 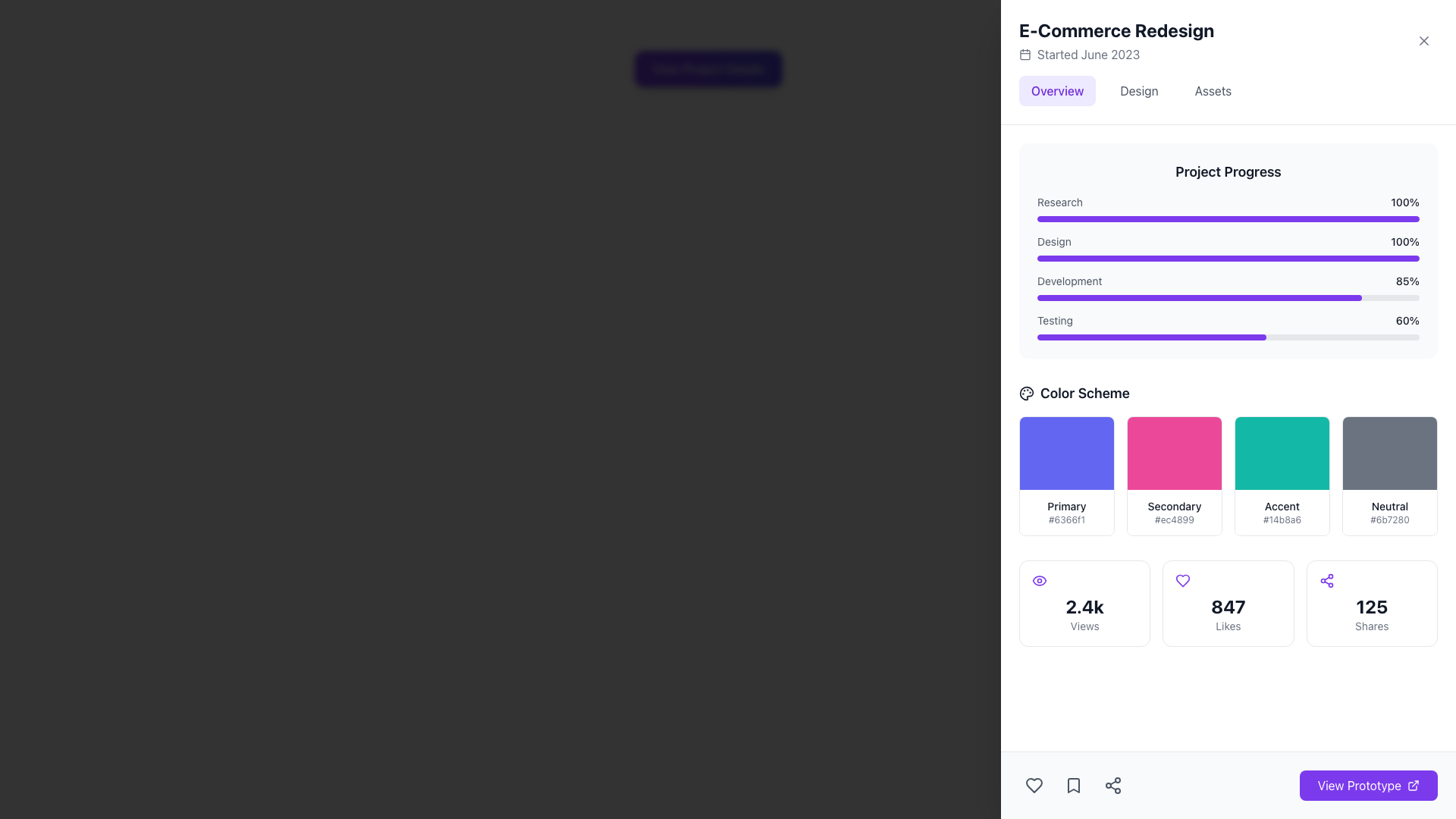 I want to click on the horizontal progress bar indicating 100% completion for the 'Design' metric, which is styled with a rounded appearance and is positioned below the 'Design' label, so click(x=1228, y=257).